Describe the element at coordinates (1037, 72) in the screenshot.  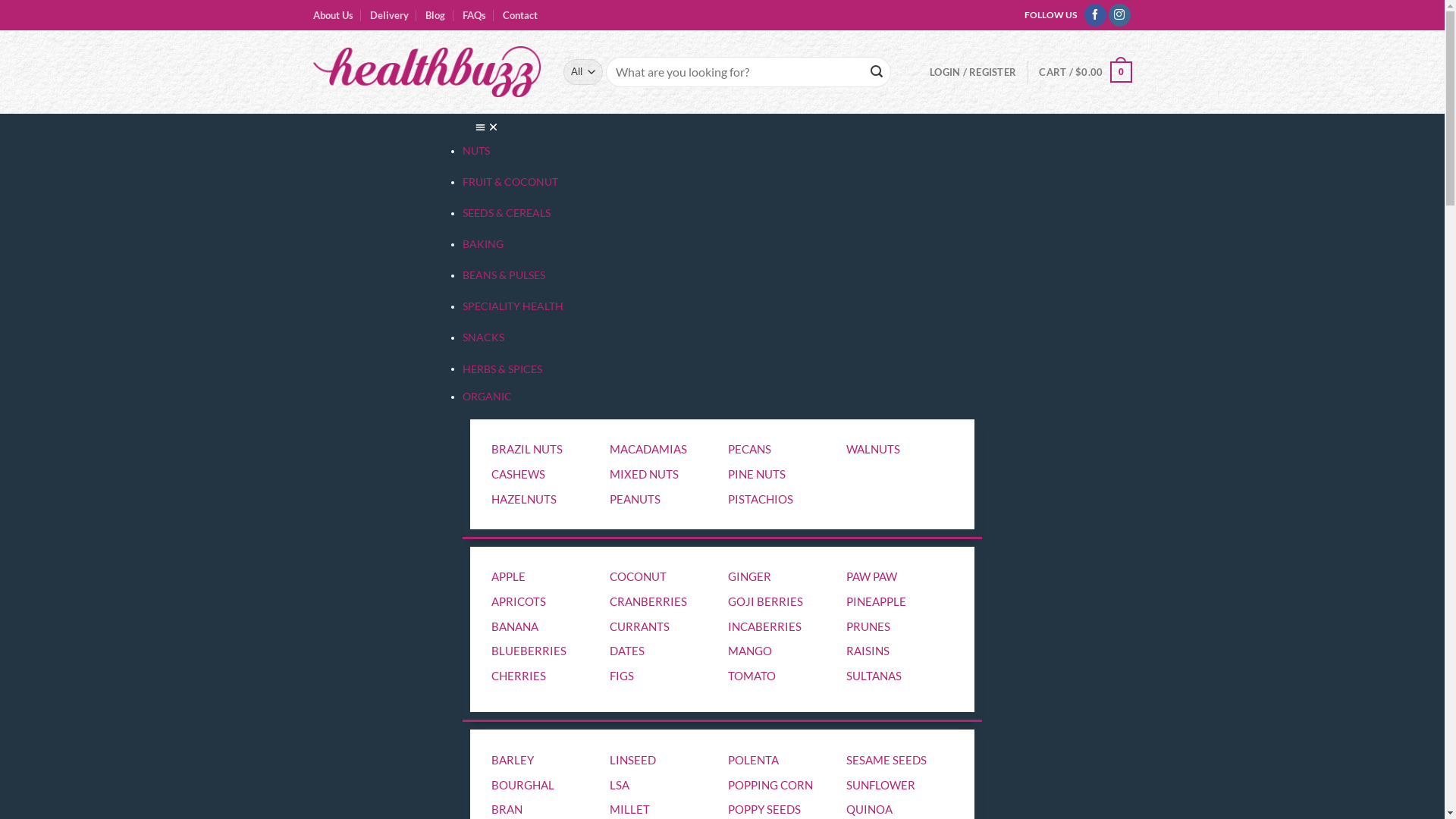
I see `'CART / $0.00` at that location.